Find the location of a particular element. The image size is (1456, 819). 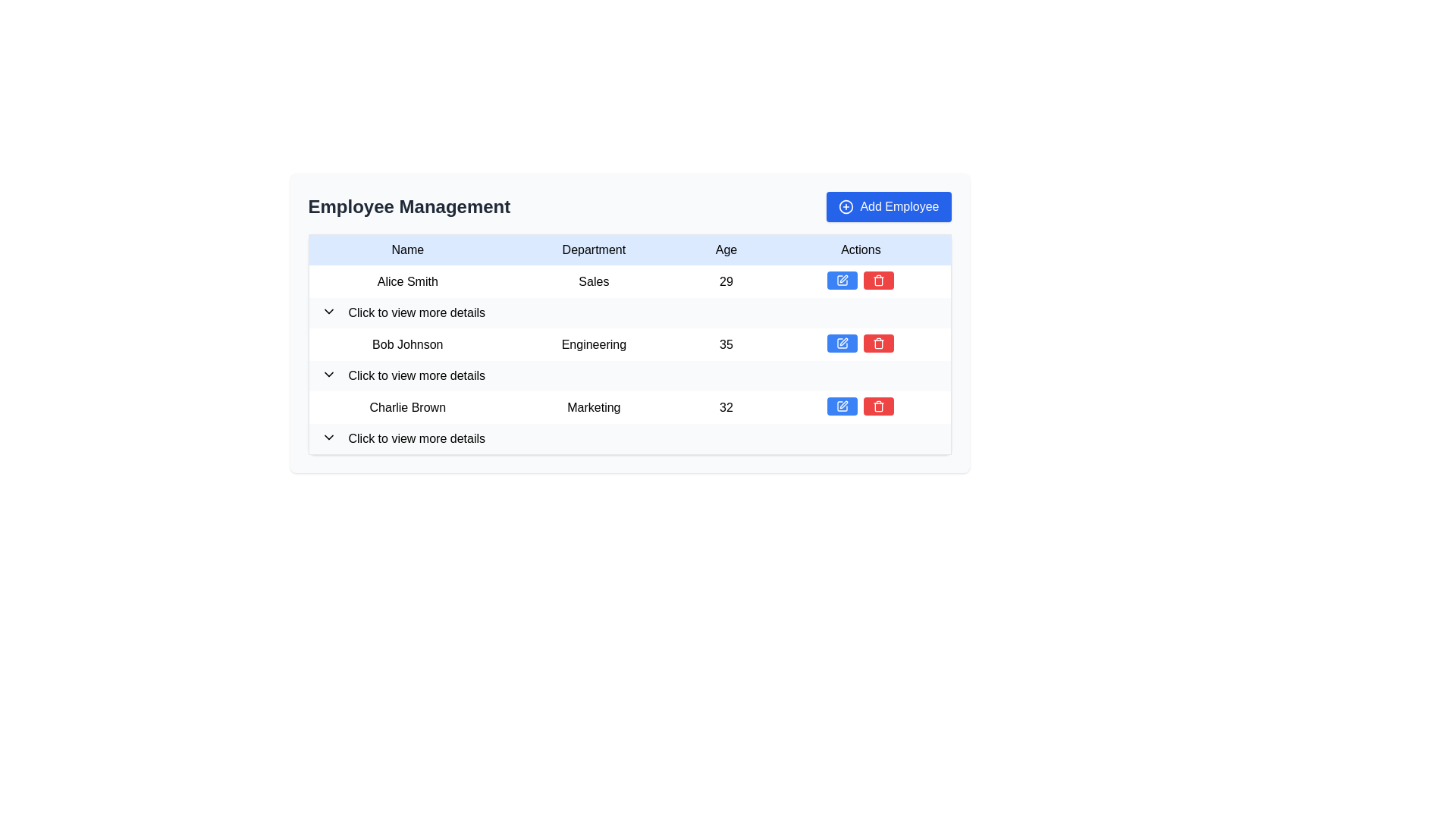

the Expandable row toggle for 'Alice Smith' is located at coordinates (629, 312).